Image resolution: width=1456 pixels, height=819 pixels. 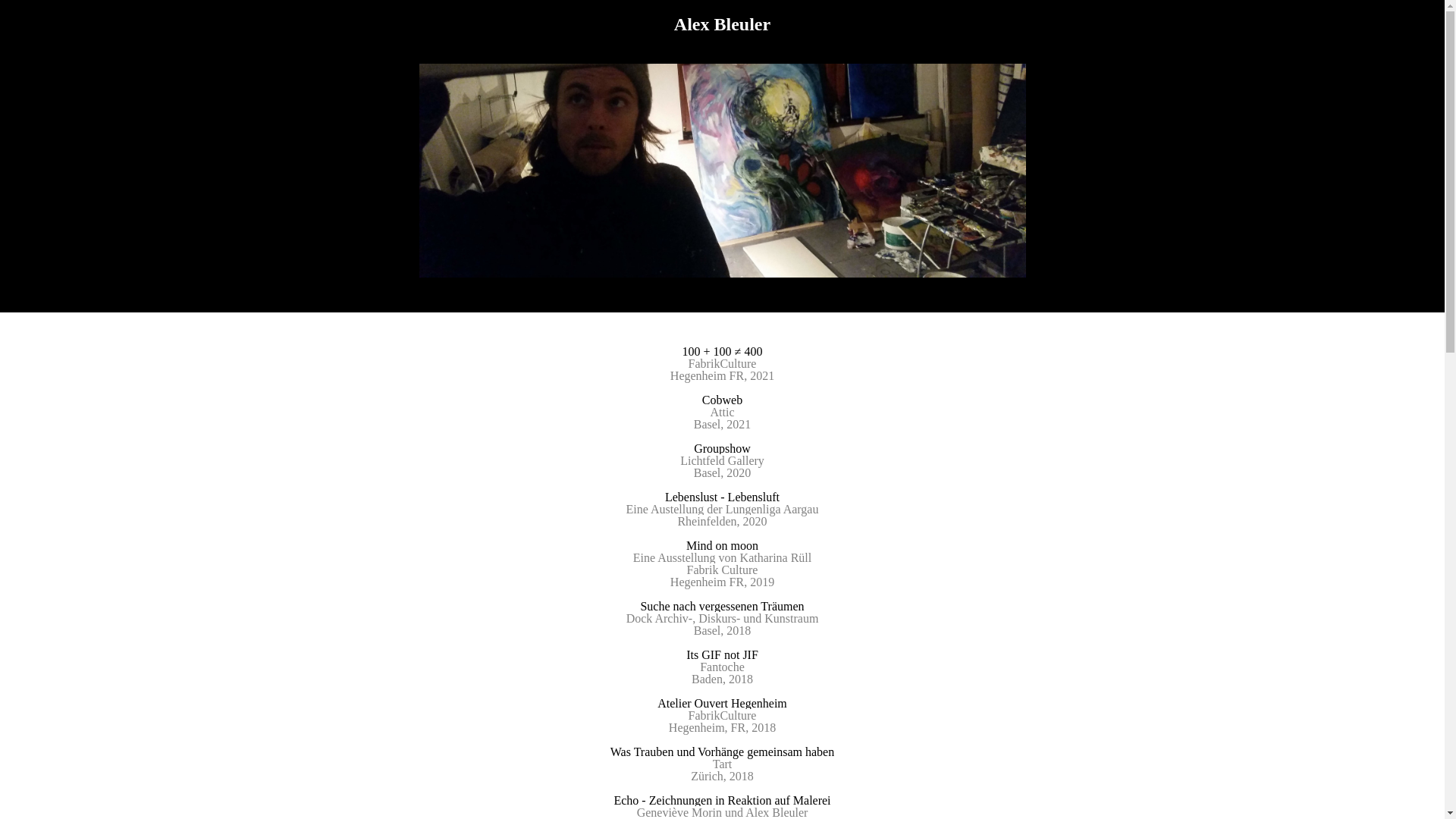 I want to click on 'Attic', so click(x=720, y=412).